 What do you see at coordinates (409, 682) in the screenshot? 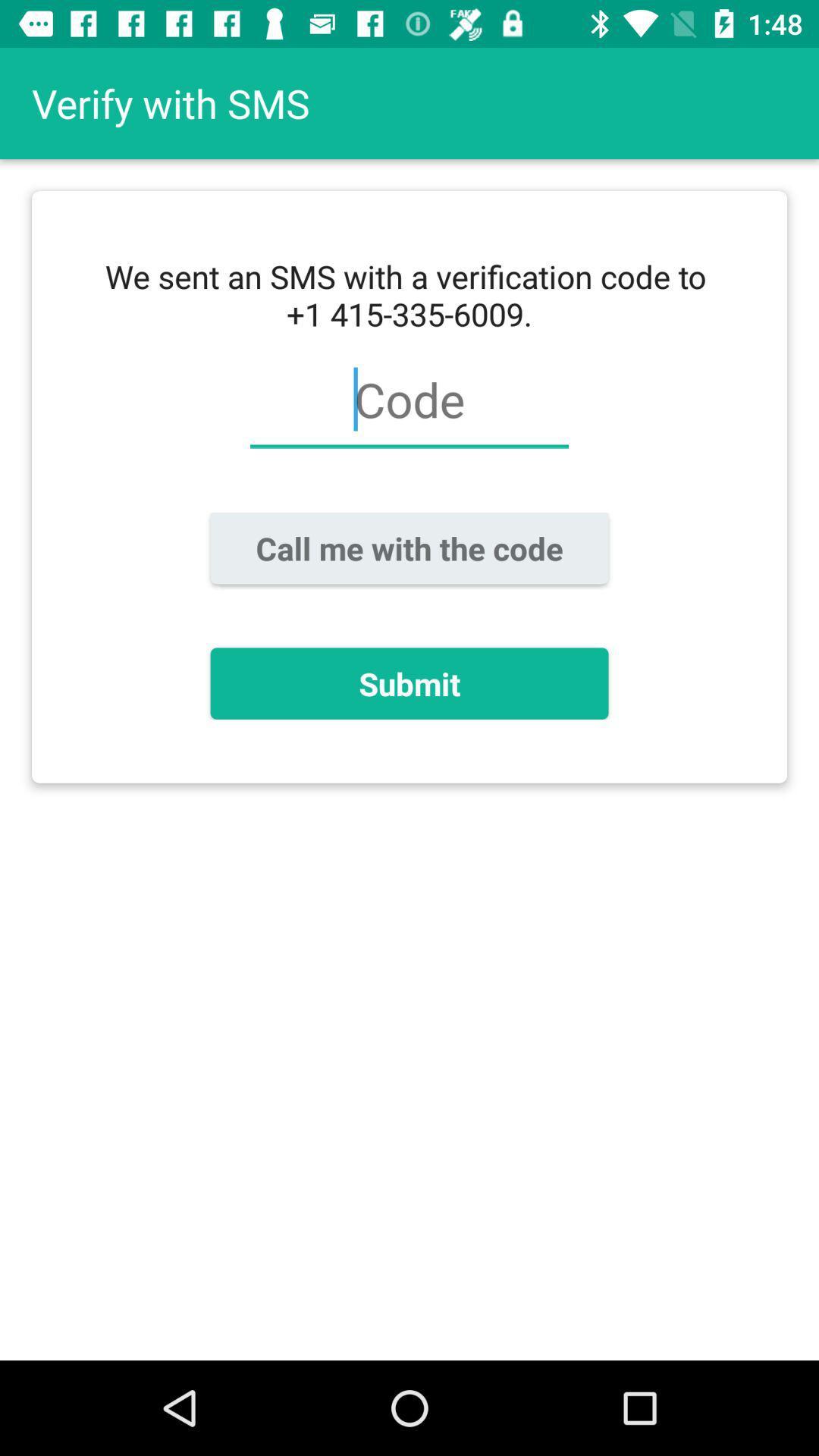
I see `the submit` at bounding box center [409, 682].